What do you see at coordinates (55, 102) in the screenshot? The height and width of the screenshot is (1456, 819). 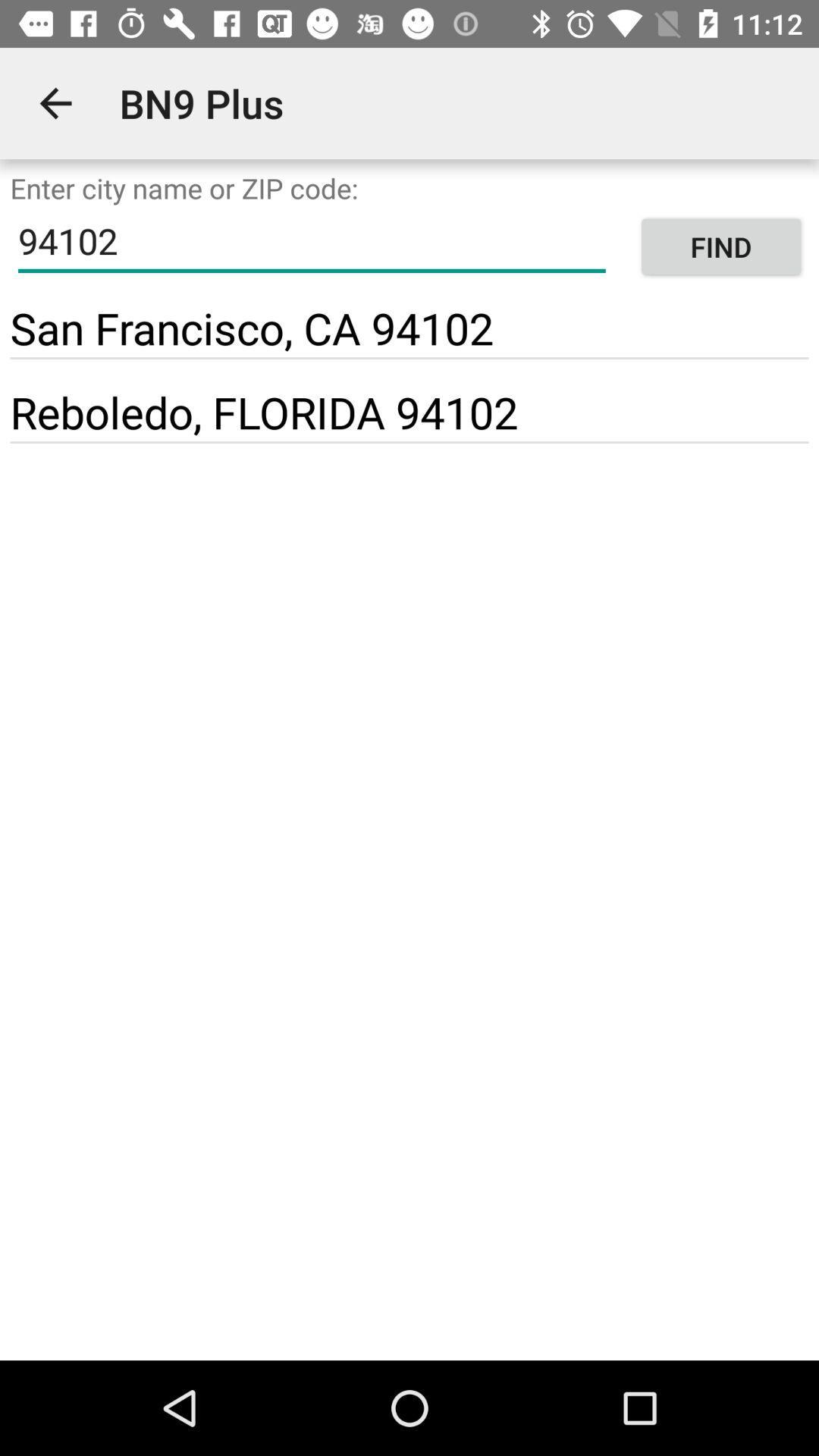 I see `the icon to the left of bn9 plus` at bounding box center [55, 102].